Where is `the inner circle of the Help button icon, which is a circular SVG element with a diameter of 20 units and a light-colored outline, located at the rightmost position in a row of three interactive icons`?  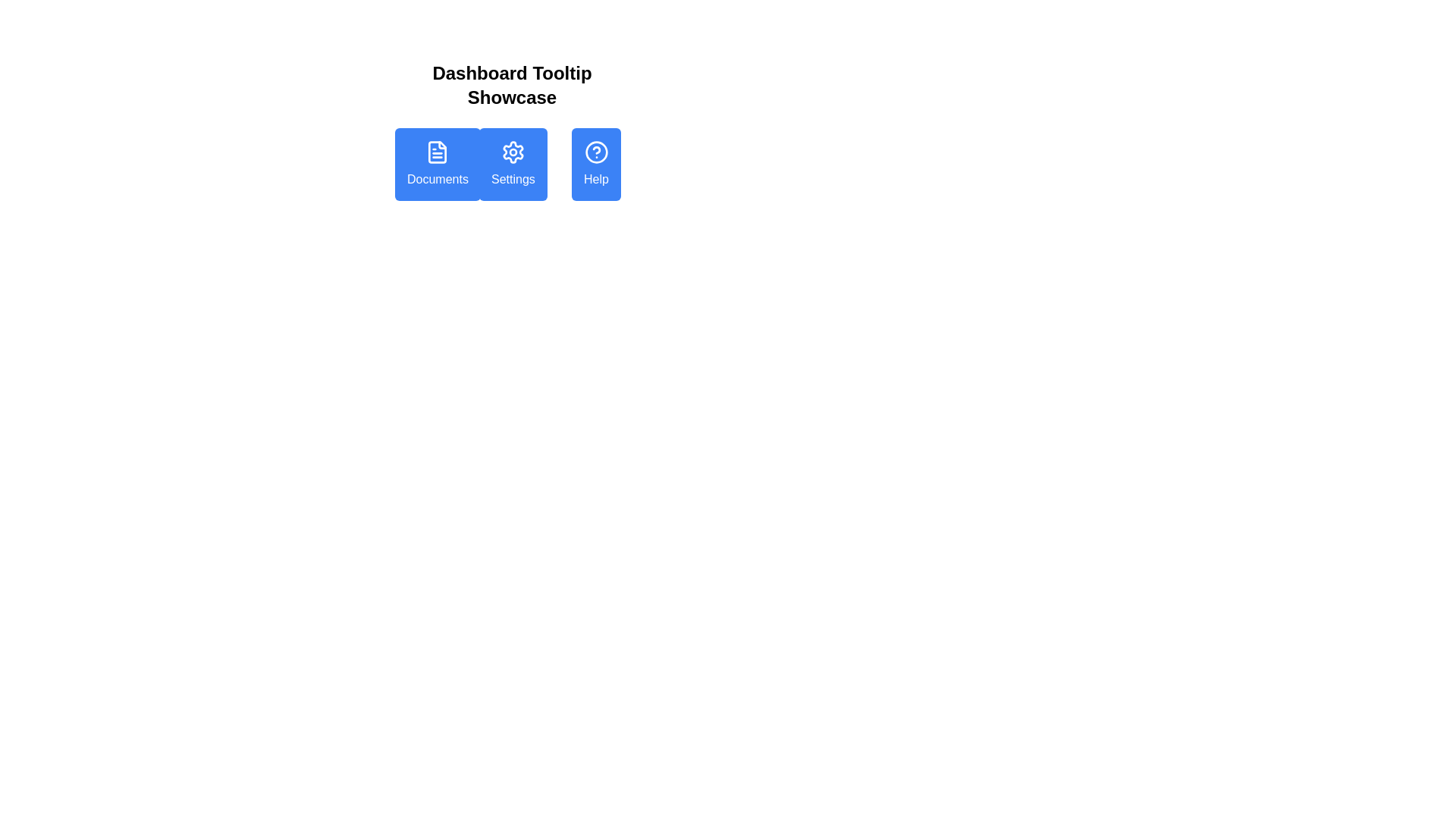 the inner circle of the Help button icon, which is a circular SVG element with a diameter of 20 units and a light-colored outline, located at the rightmost position in a row of three interactive icons is located at coordinates (595, 152).